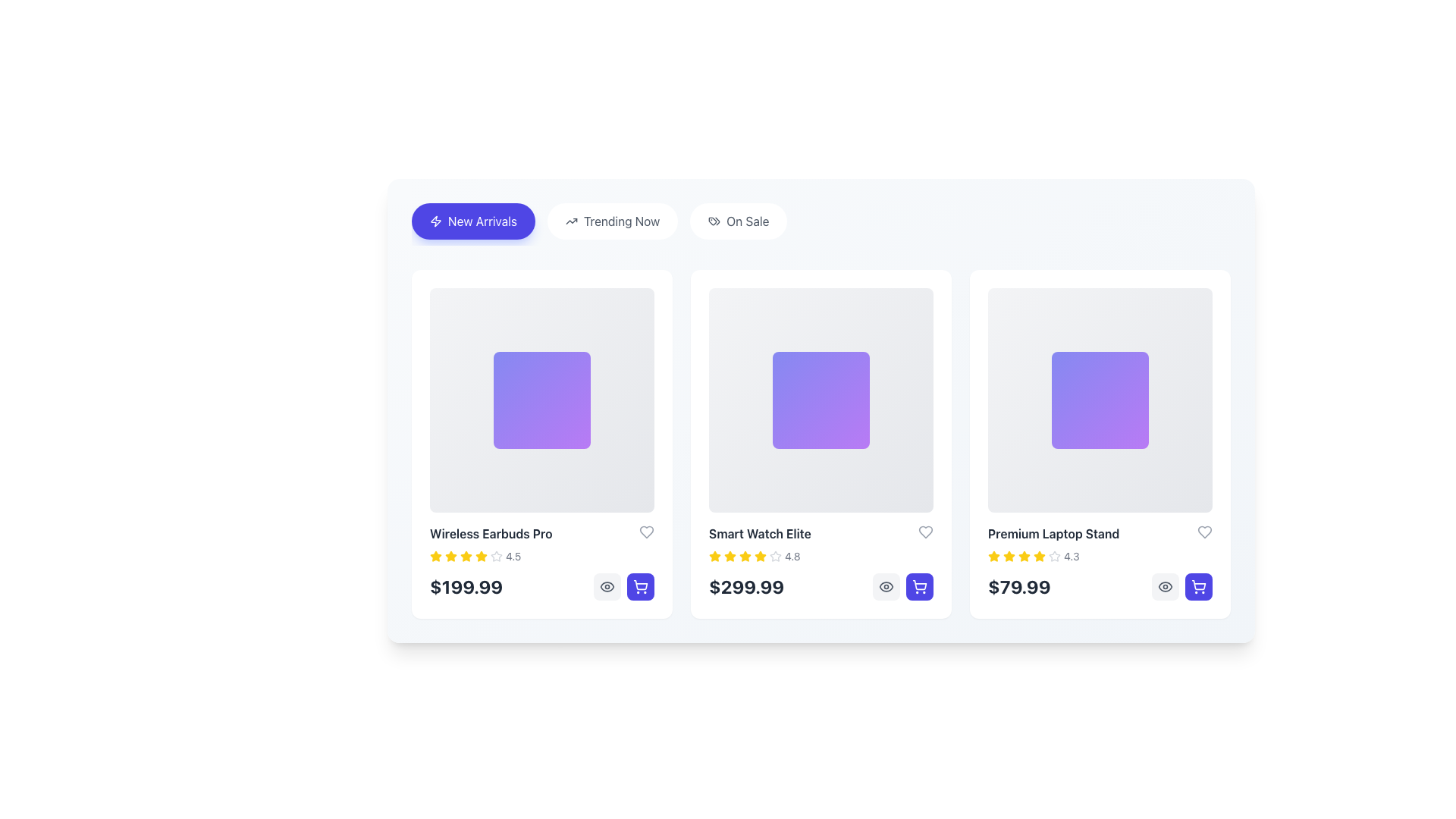 Image resolution: width=1456 pixels, height=819 pixels. Describe the element at coordinates (435, 221) in the screenshot. I see `the small square icon with a lightning bolt symbol inside the blue, pill-shaped button labeled 'New Arrivals', located in the top-left section of the interface` at that location.